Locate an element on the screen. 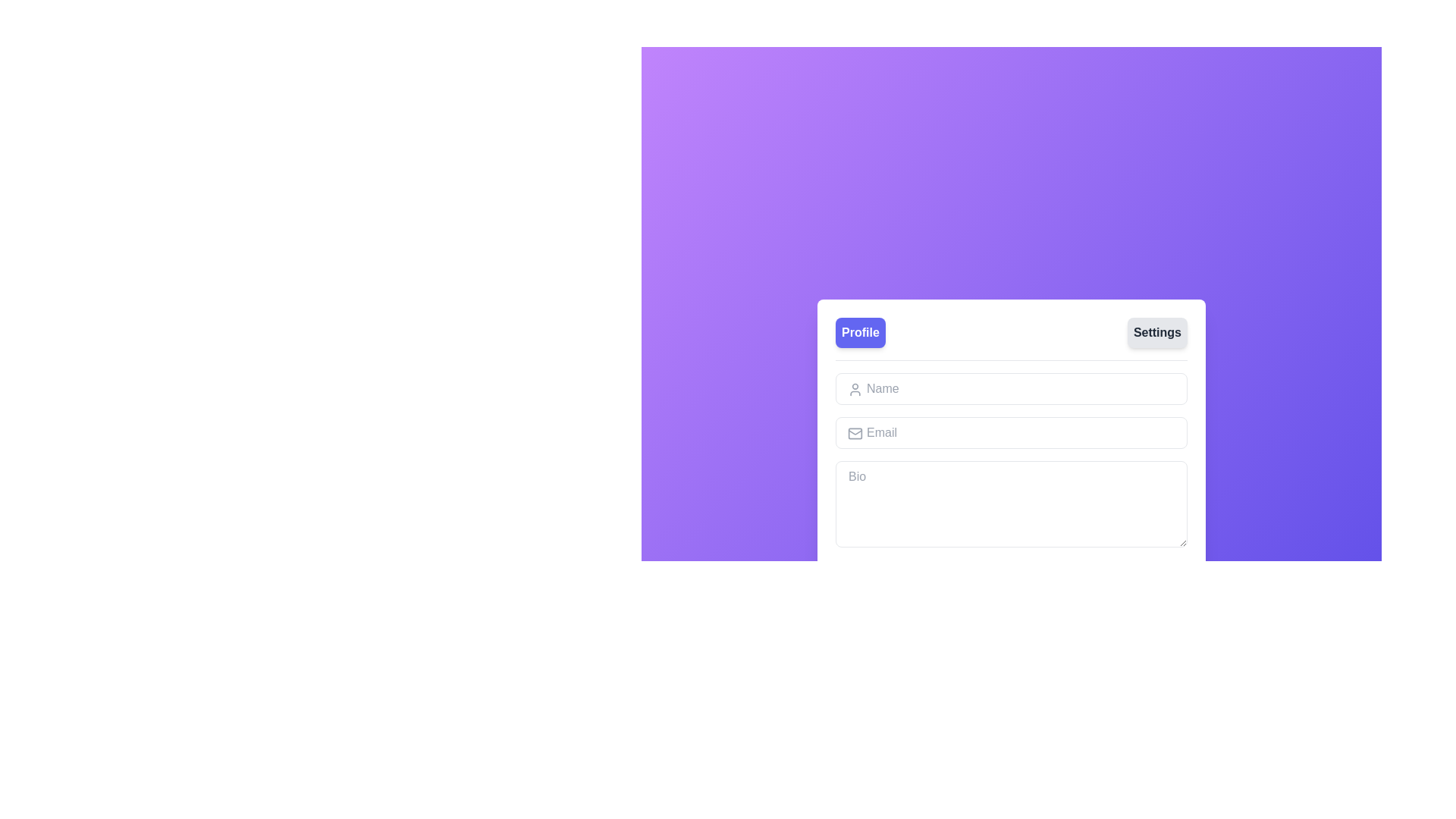 This screenshot has height=819, width=1456. the SVG icon resembling a user silhouette positioned in the left portion of the input box labeled 'Name' is located at coordinates (855, 388).